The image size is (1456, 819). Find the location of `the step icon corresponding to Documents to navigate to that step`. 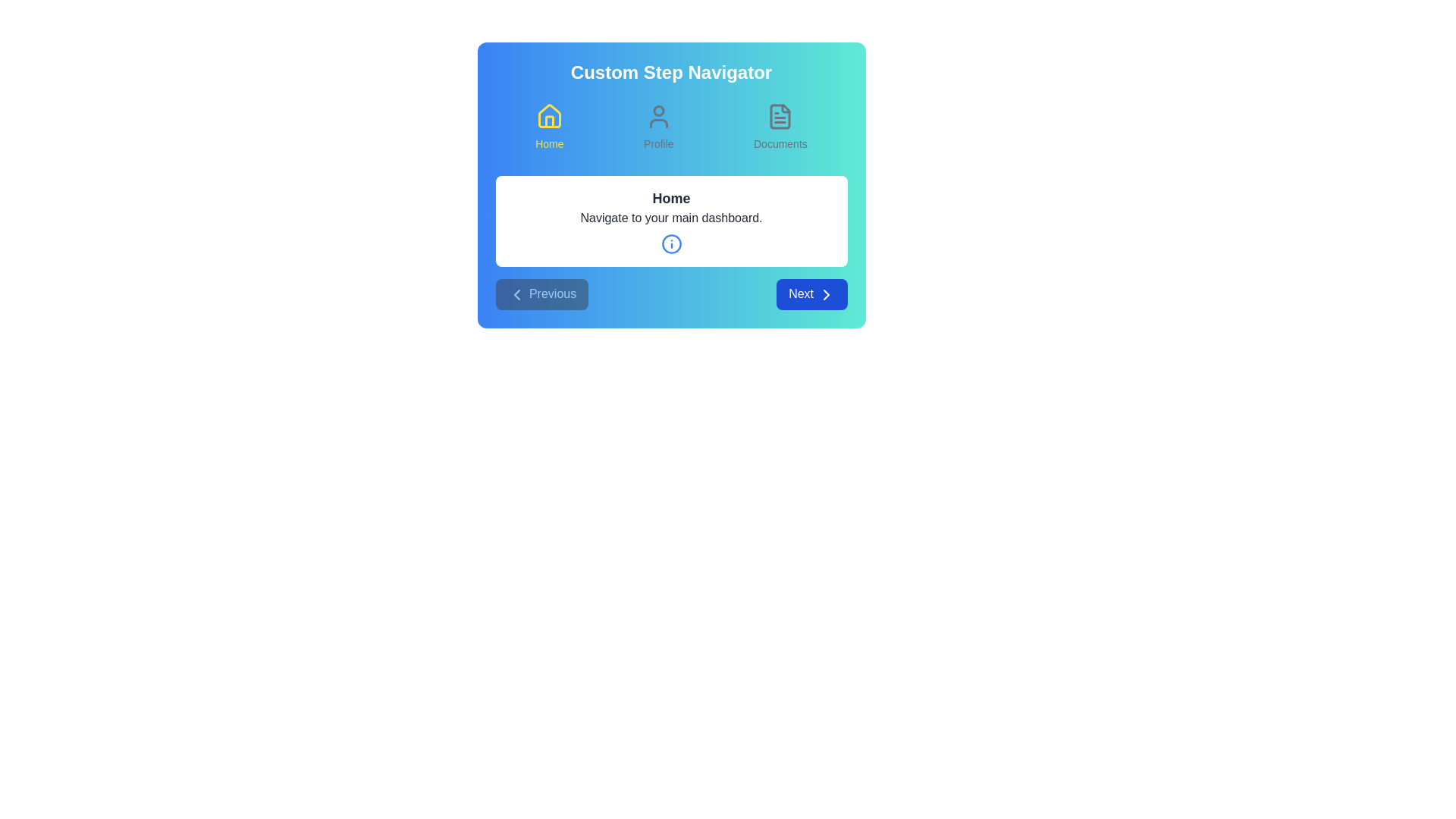

the step icon corresponding to Documents to navigate to that step is located at coordinates (780, 127).